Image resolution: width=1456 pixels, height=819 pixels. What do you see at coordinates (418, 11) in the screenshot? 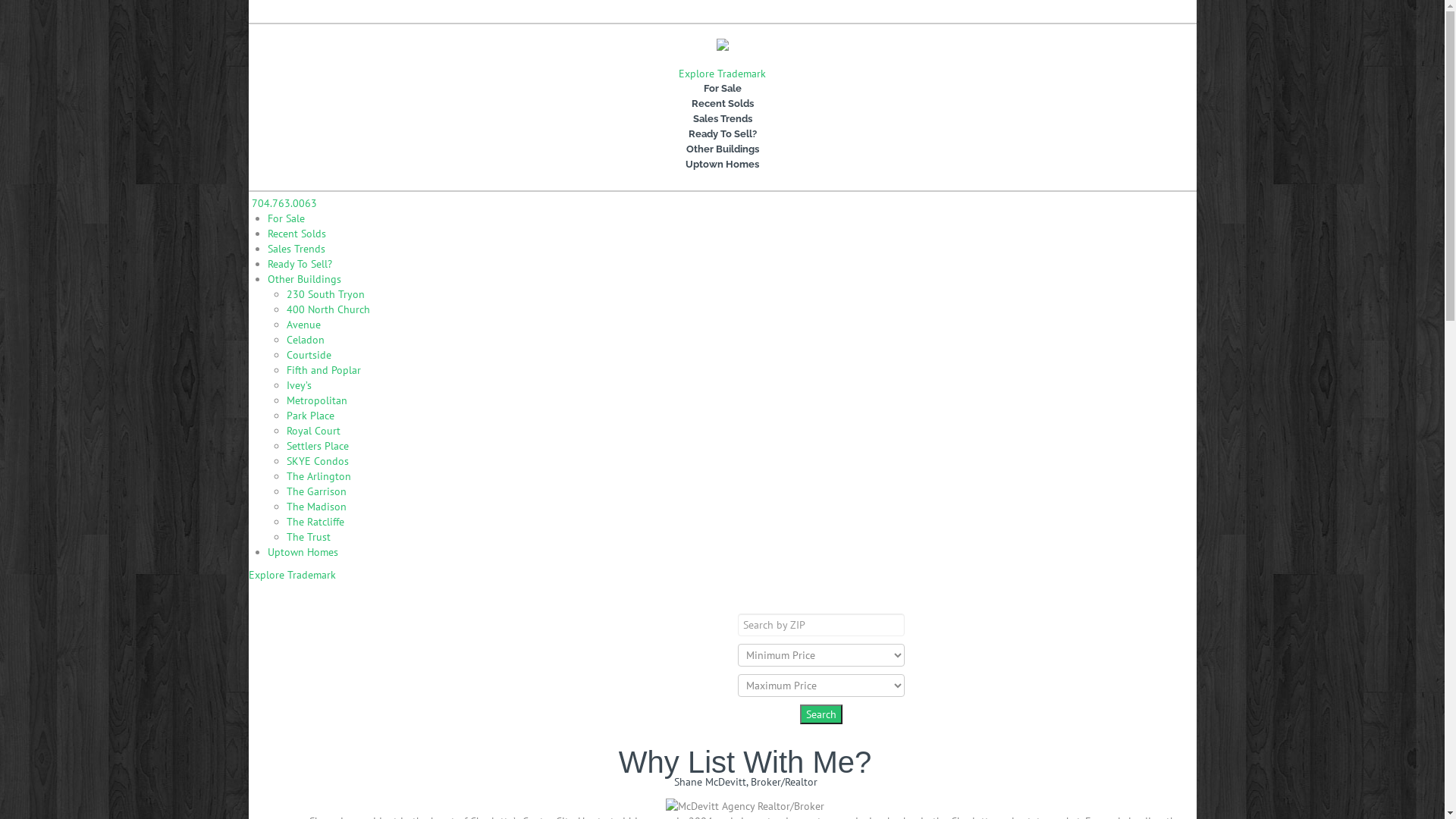
I see `'shane@themcdevittagency.com'` at bounding box center [418, 11].